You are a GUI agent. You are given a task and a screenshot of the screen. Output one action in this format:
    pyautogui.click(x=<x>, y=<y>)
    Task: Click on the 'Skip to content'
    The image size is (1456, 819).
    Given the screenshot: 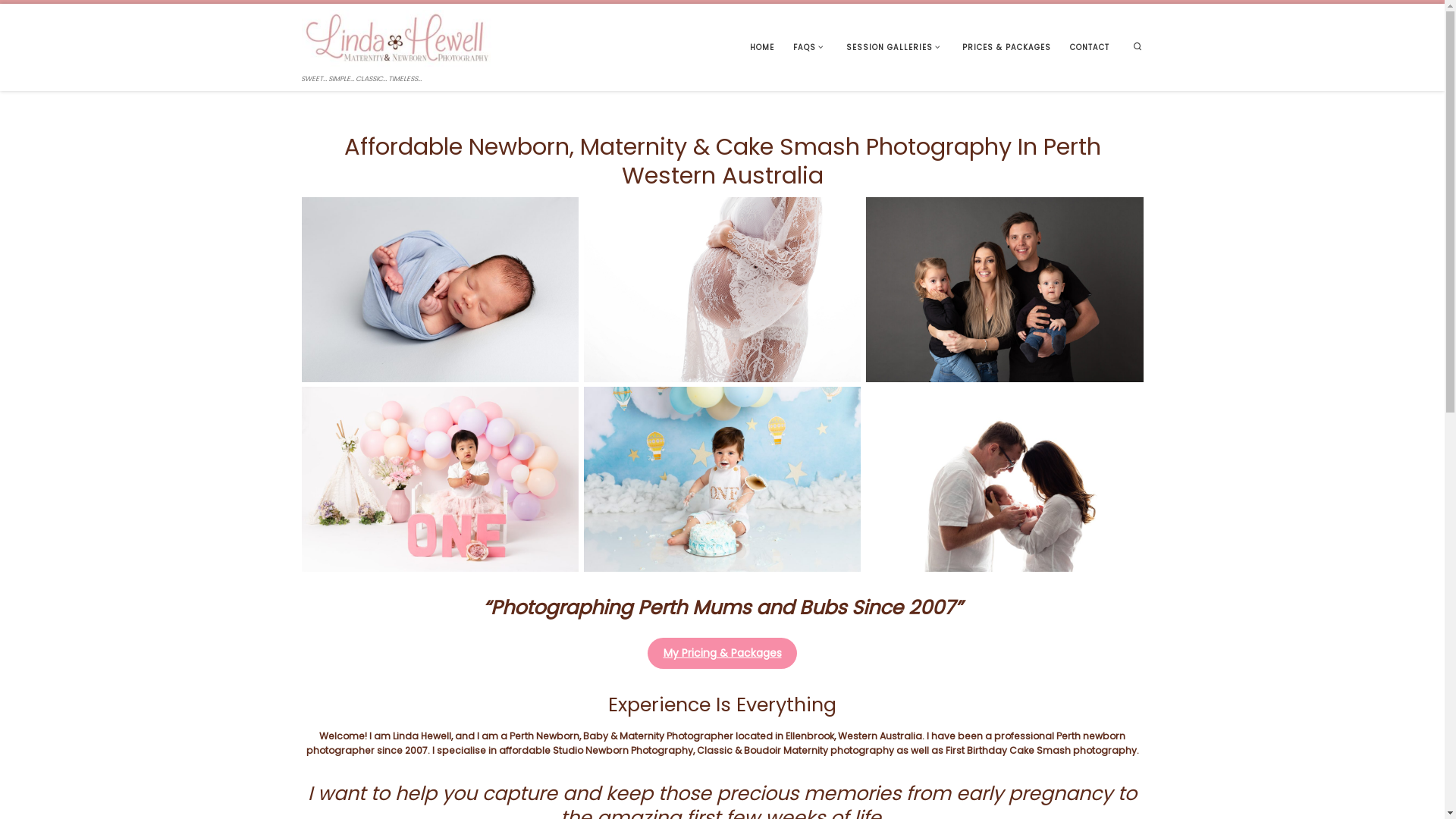 What is the action you would take?
    pyautogui.click(x=50, y=20)
    